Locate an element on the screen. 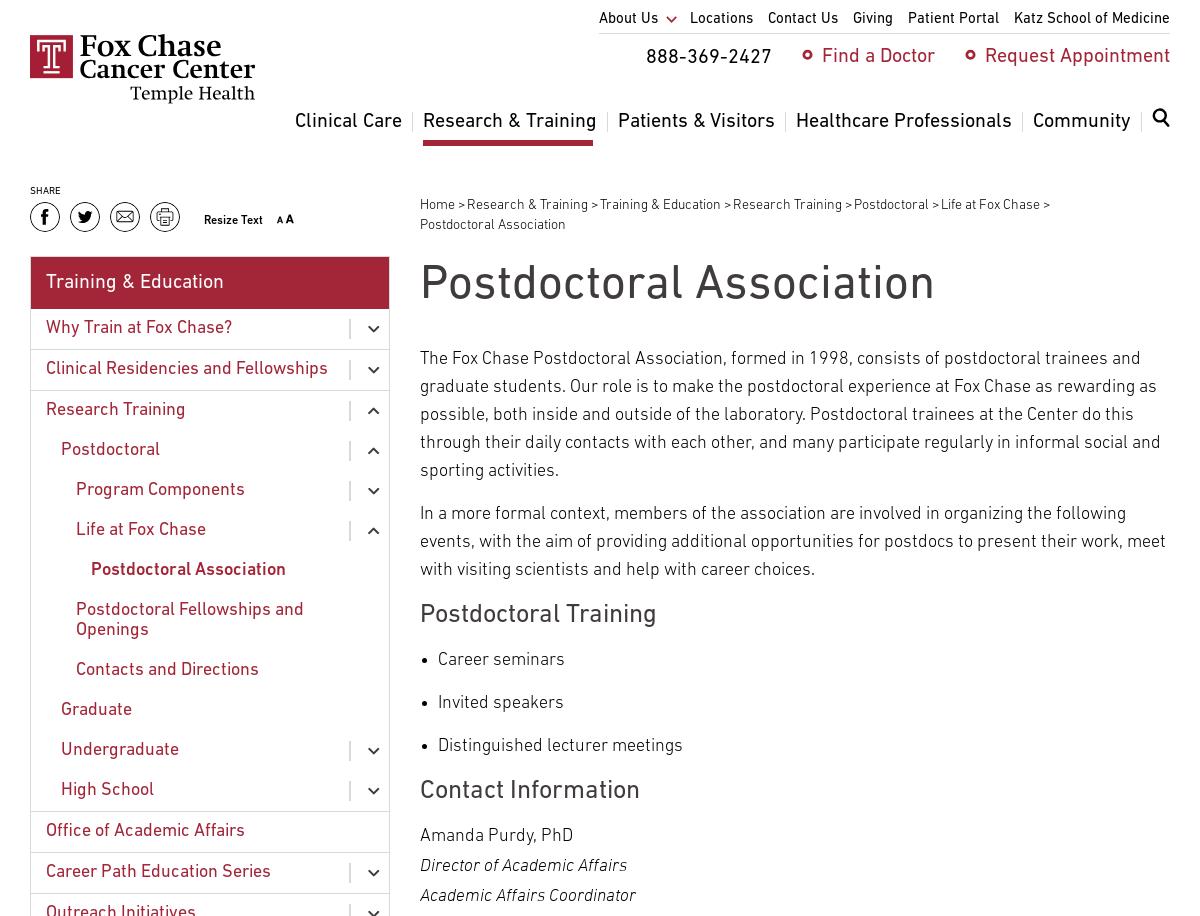 The width and height of the screenshot is (1200, 916). 'Clinical Residencies and Fellowships' is located at coordinates (185, 368).